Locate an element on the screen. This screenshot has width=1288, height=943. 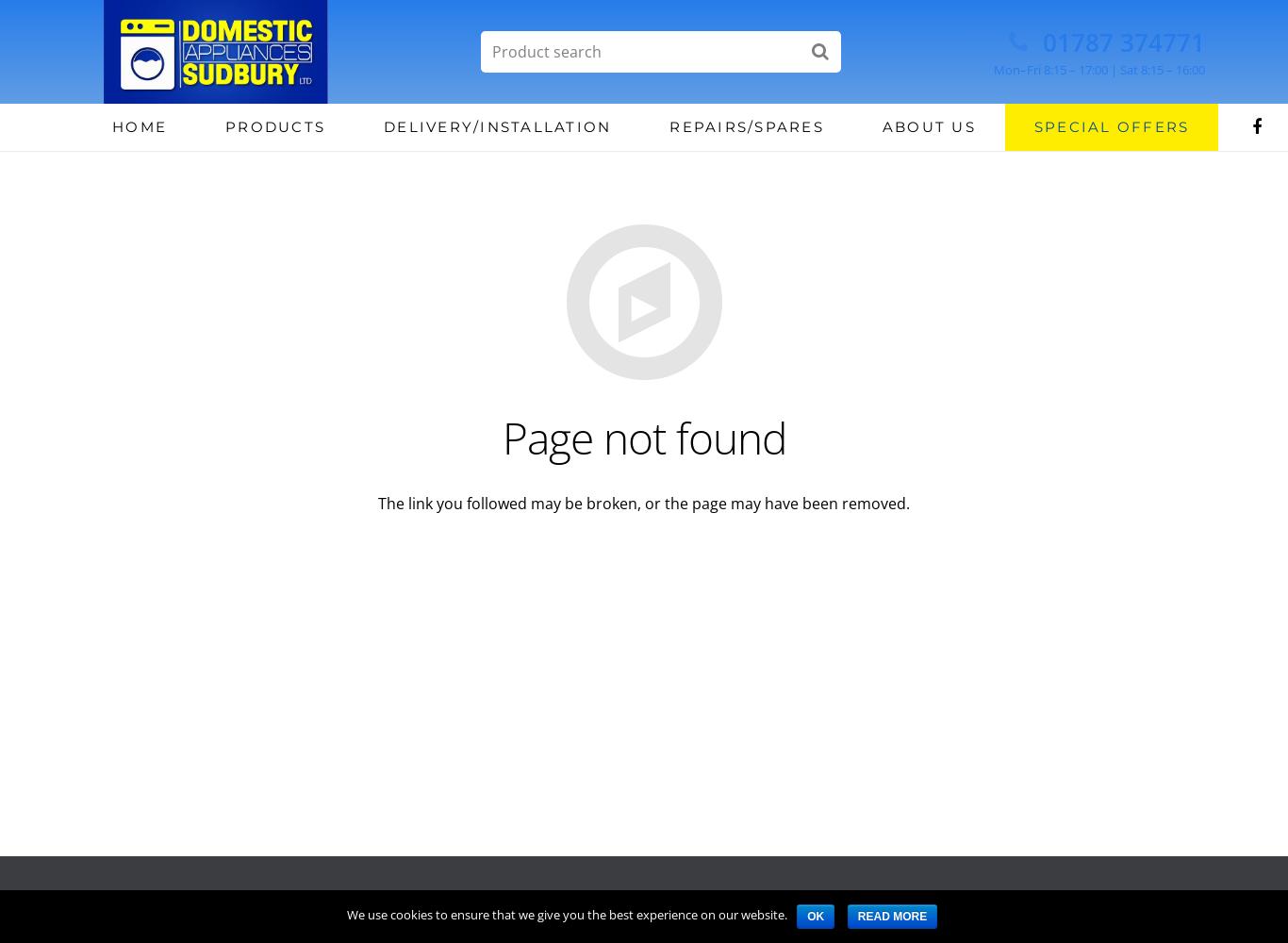
'Repairs/Spares' is located at coordinates (746, 126).